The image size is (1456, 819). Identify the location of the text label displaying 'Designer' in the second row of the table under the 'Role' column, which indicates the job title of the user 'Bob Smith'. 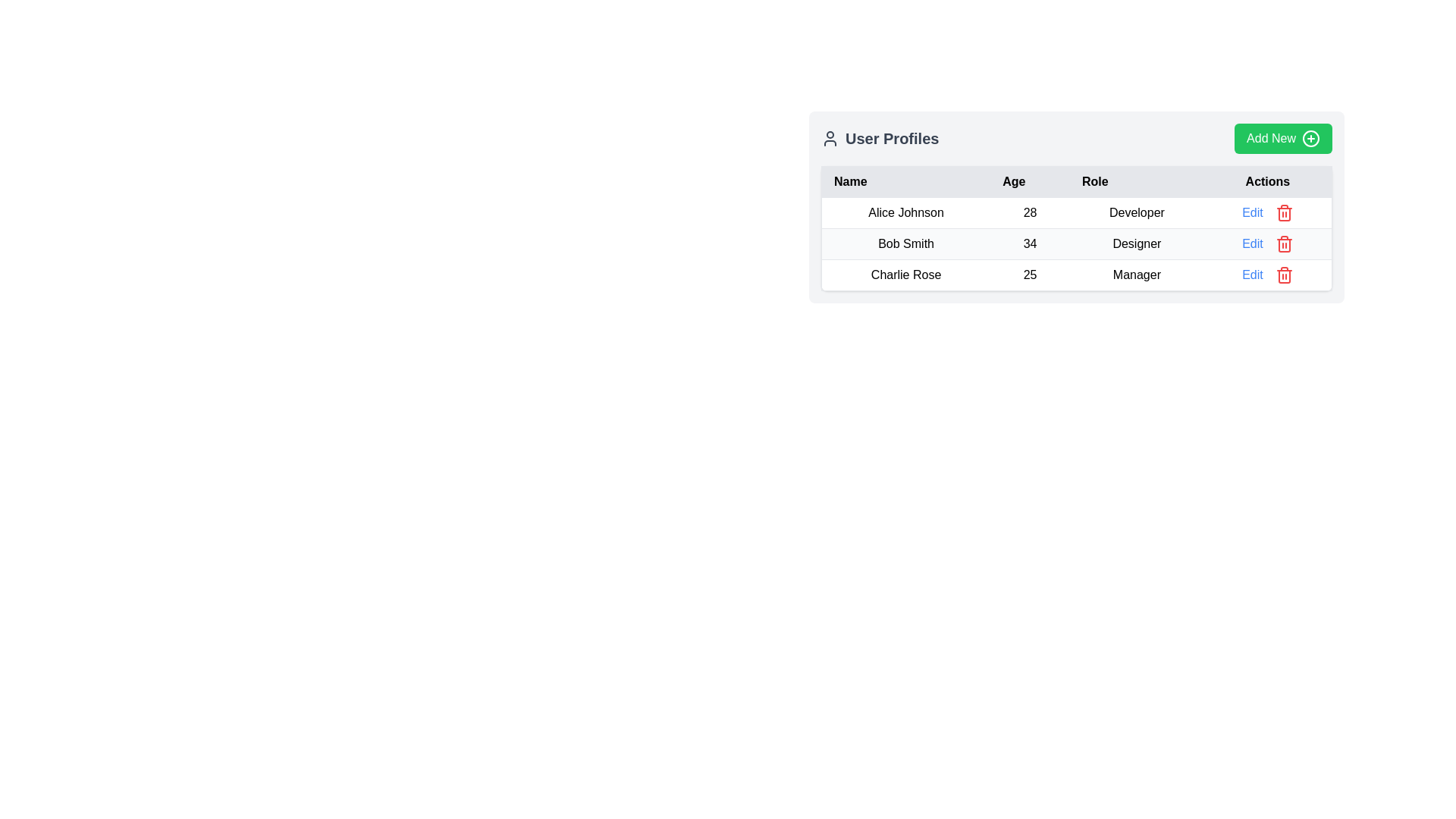
(1137, 243).